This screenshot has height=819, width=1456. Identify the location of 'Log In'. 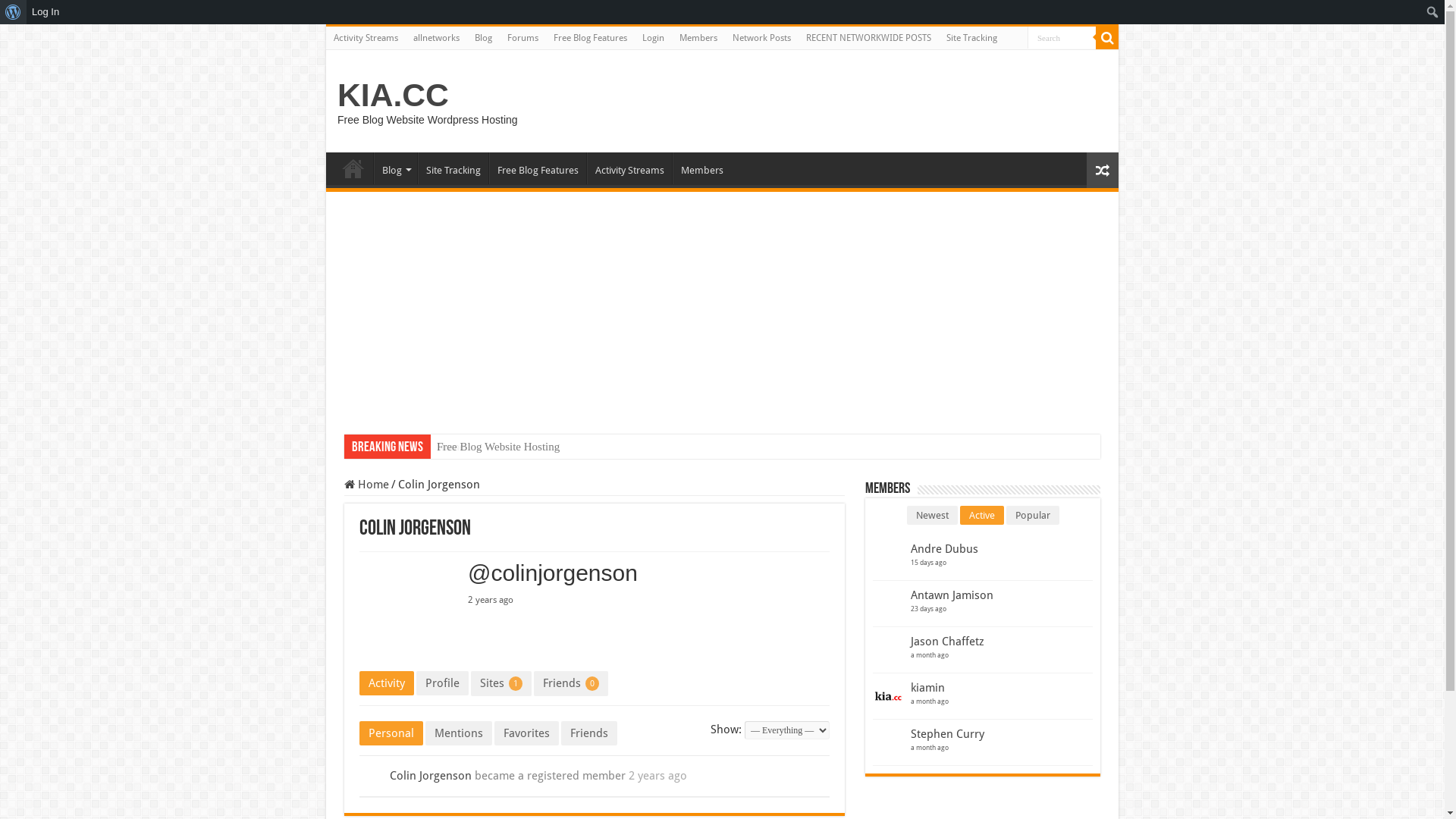
(45, 11).